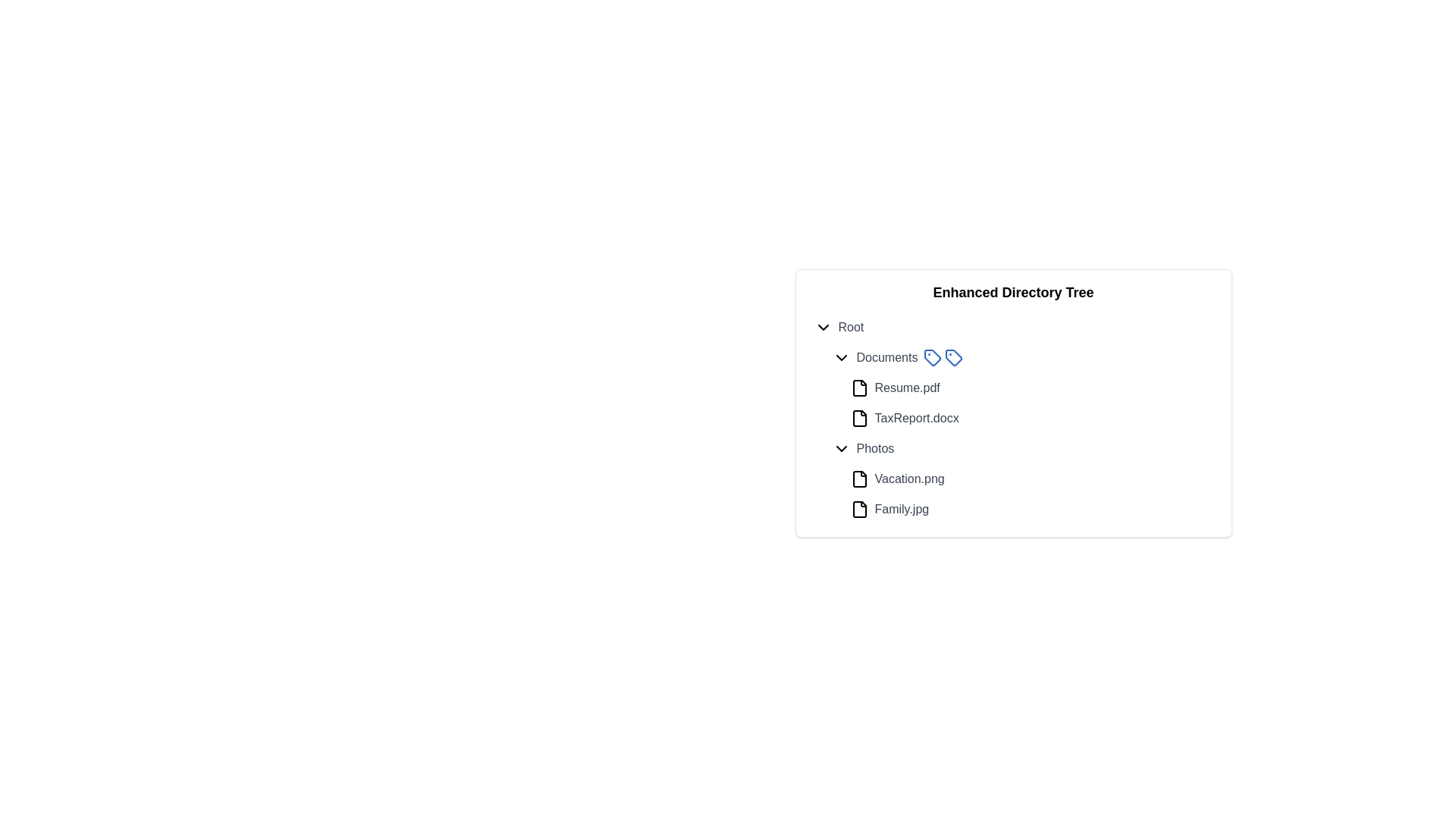  Describe the element at coordinates (1013, 418) in the screenshot. I see `files or folders in the 'Enhanced Directory Tree' panel under the 'Documents' subsection by clicking on the corresponding item` at that location.